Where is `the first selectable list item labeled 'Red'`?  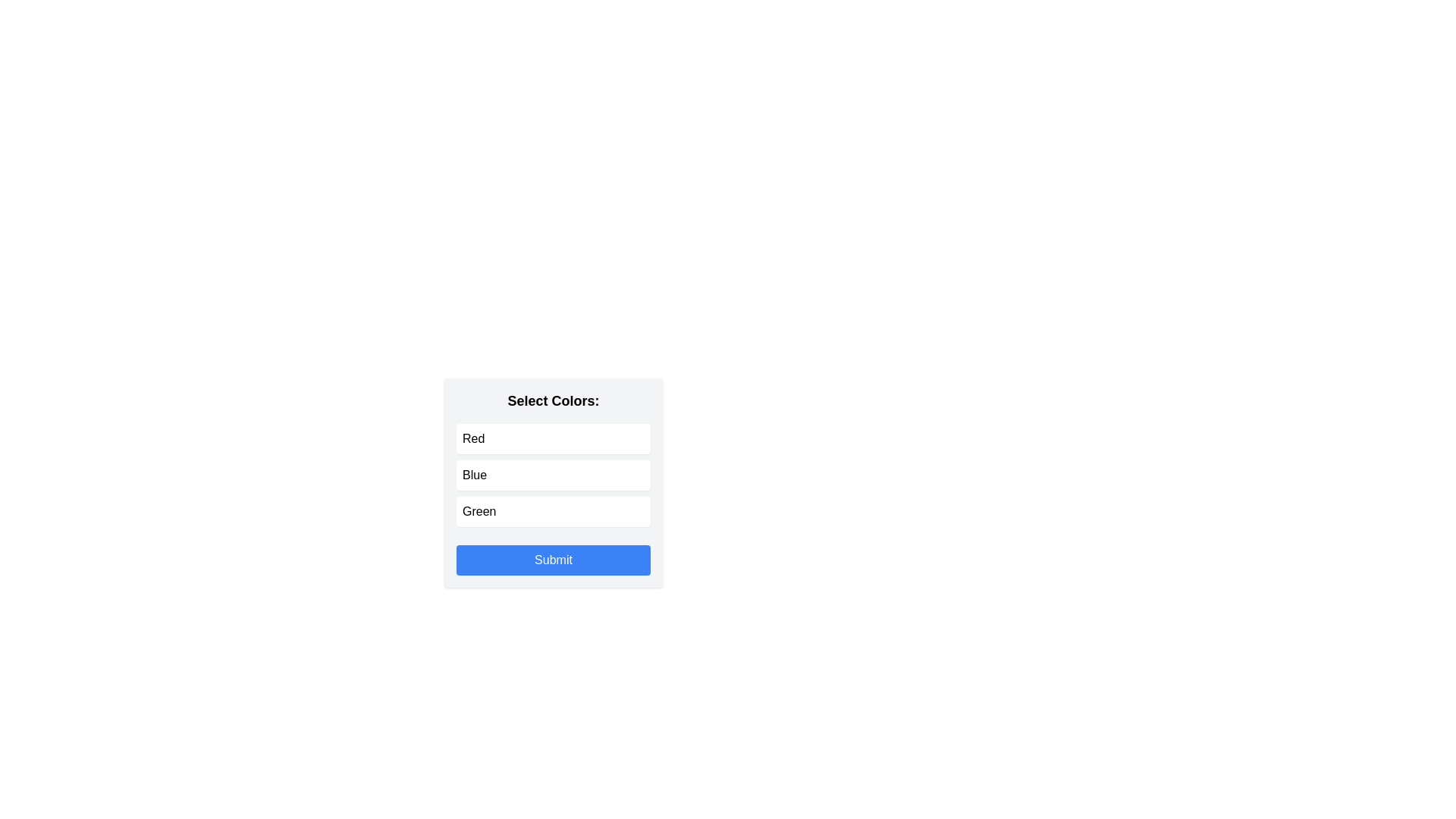 the first selectable list item labeled 'Red' is located at coordinates (552, 438).